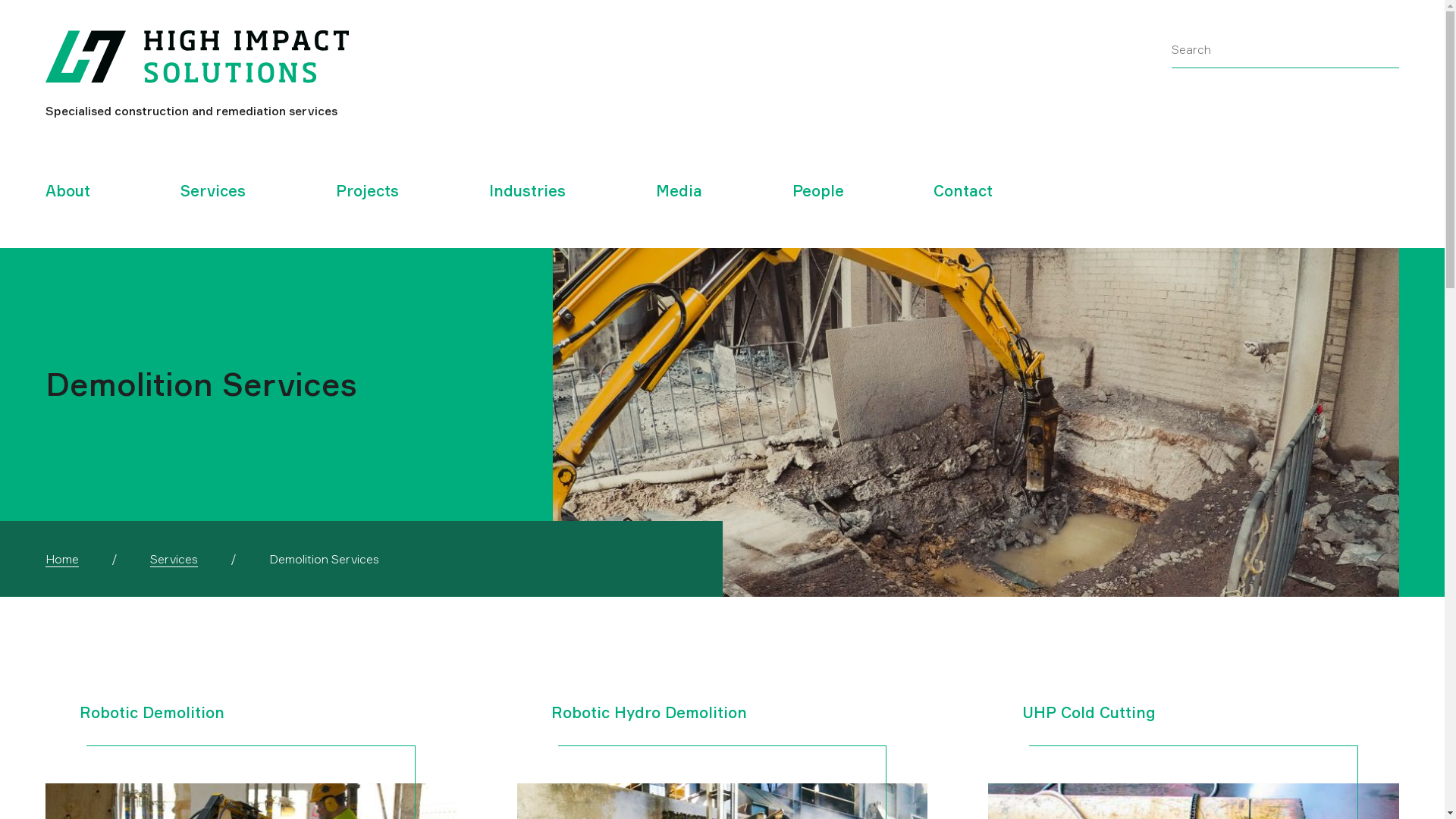  Describe the element at coordinates (678, 190) in the screenshot. I see `'Media'` at that location.